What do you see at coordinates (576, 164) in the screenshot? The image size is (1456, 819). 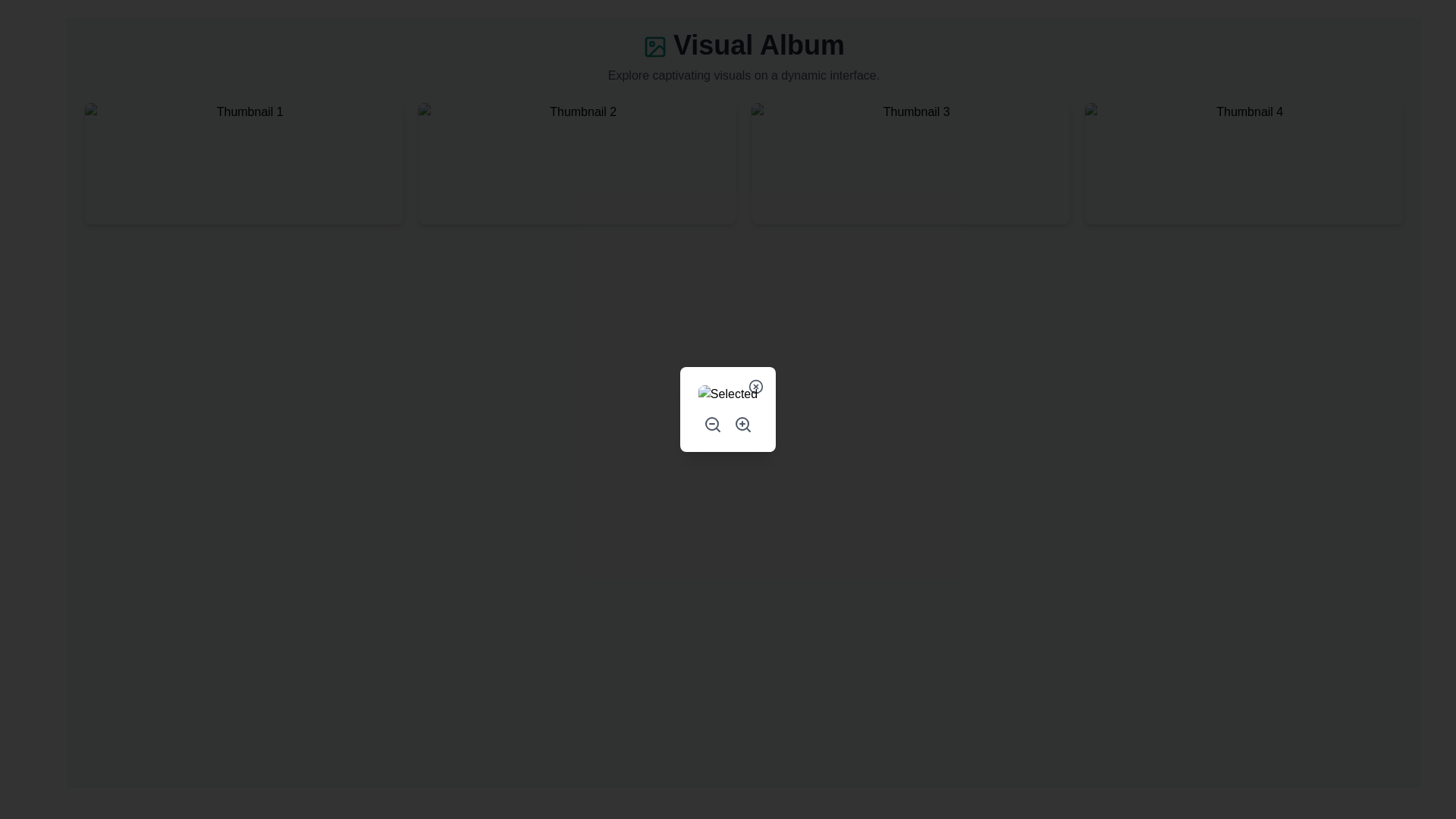 I see `the second thumbnail in the clickable thumbnail interface` at bounding box center [576, 164].